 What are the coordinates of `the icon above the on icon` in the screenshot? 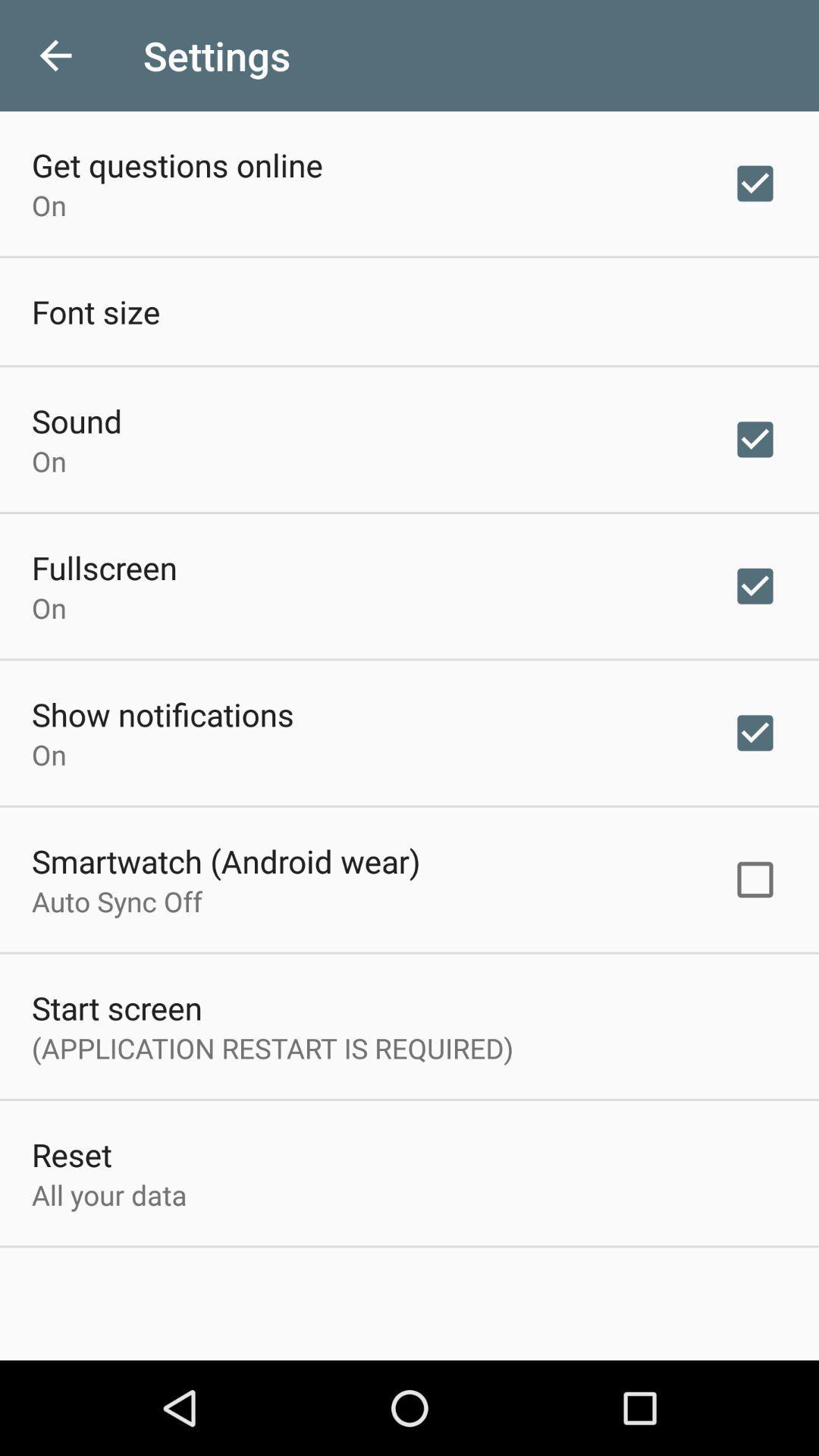 It's located at (77, 421).